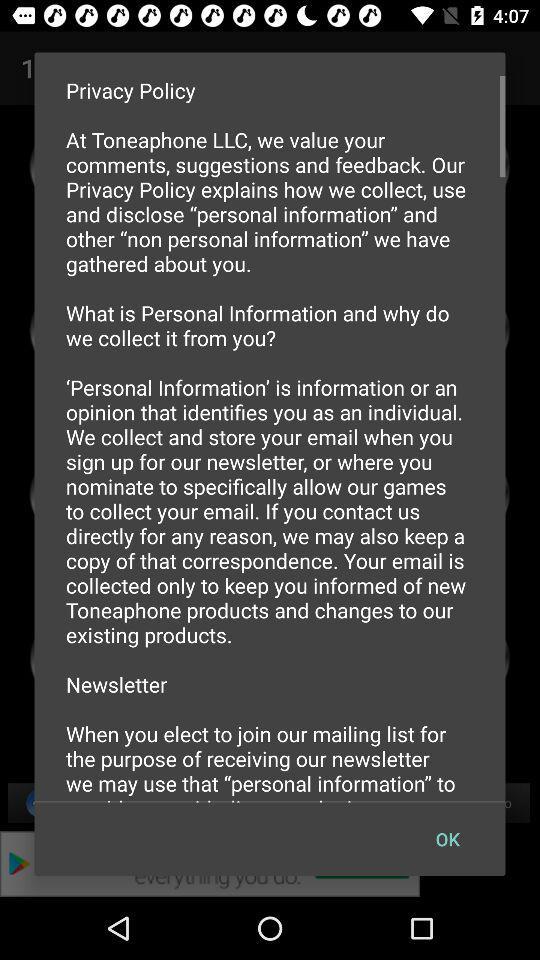  What do you see at coordinates (447, 839) in the screenshot?
I see `the ok item` at bounding box center [447, 839].